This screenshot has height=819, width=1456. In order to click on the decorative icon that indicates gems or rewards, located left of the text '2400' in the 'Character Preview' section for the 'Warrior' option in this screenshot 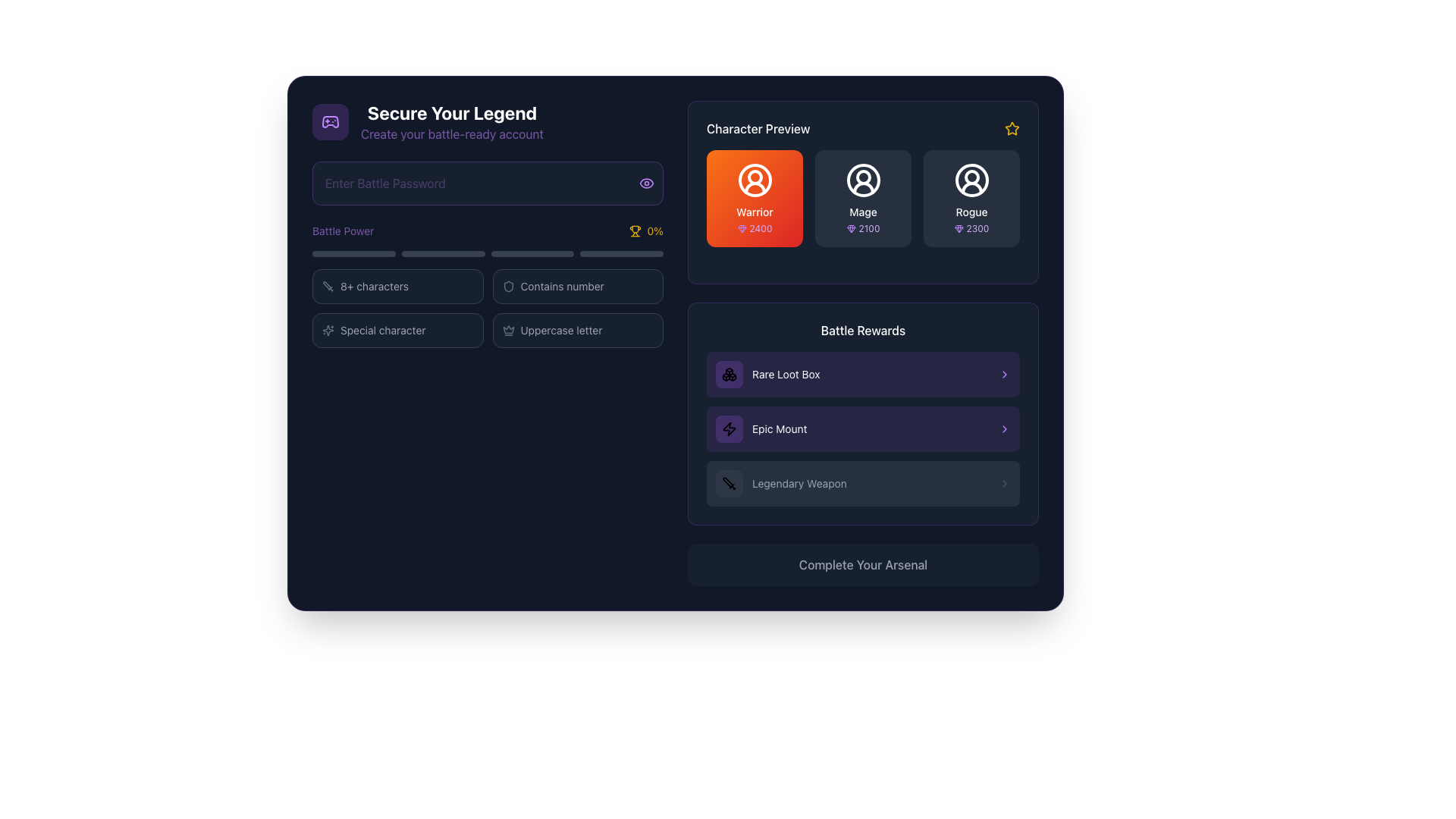, I will do `click(742, 228)`.